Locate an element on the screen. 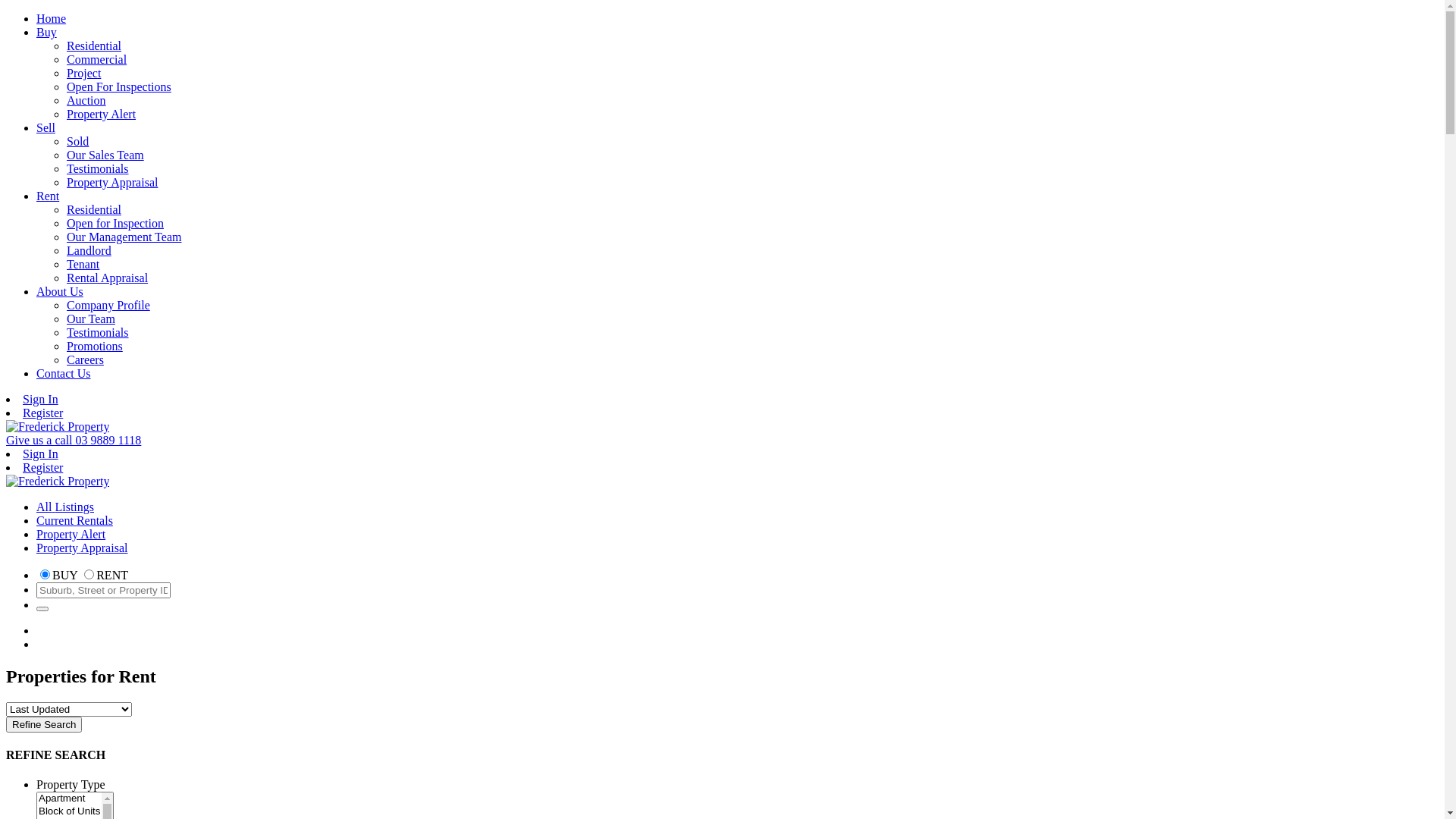 The width and height of the screenshot is (1456, 819). 'Careers' is located at coordinates (84, 359).